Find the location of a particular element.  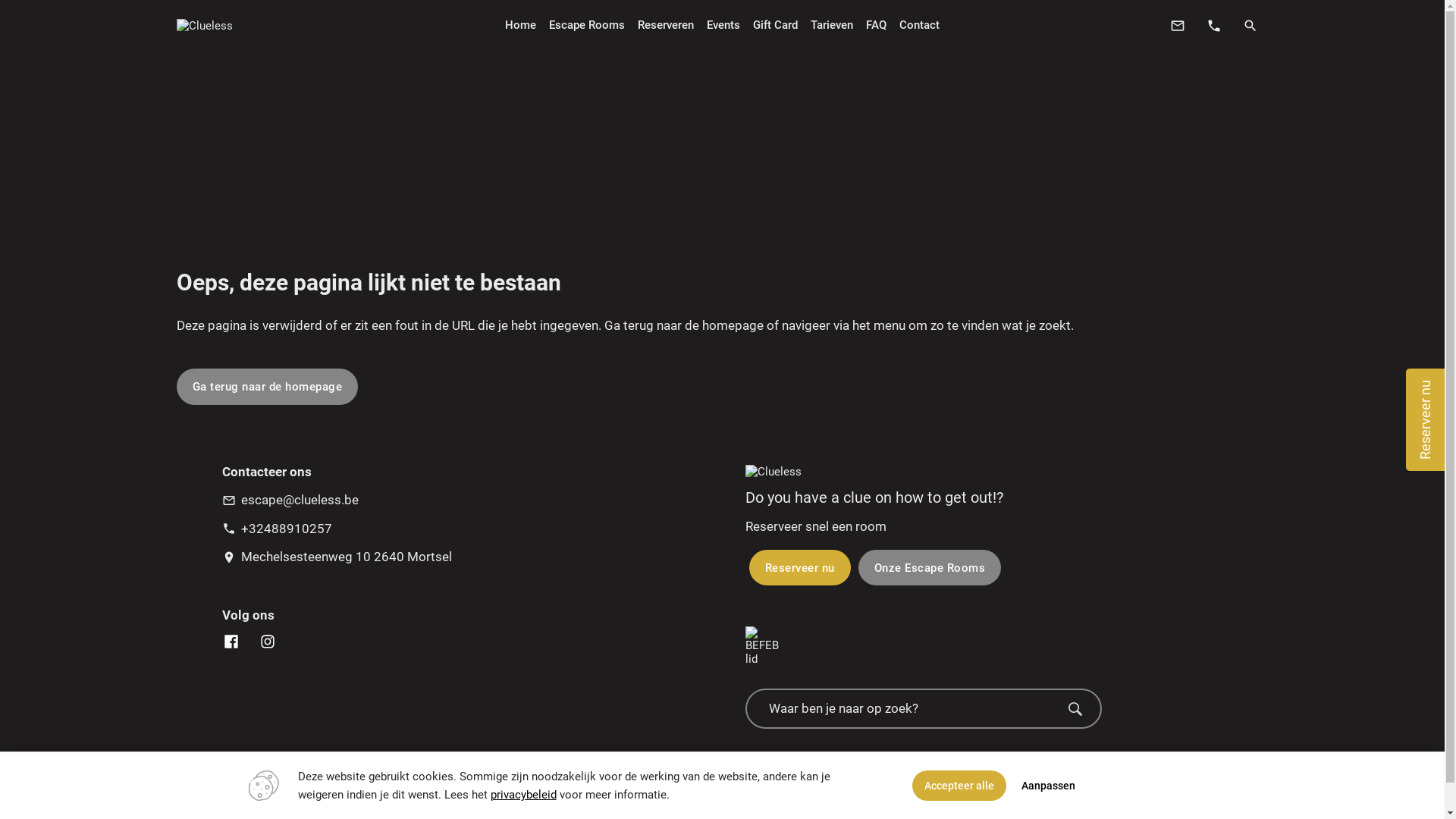

'mail_outline is located at coordinates (290, 503).